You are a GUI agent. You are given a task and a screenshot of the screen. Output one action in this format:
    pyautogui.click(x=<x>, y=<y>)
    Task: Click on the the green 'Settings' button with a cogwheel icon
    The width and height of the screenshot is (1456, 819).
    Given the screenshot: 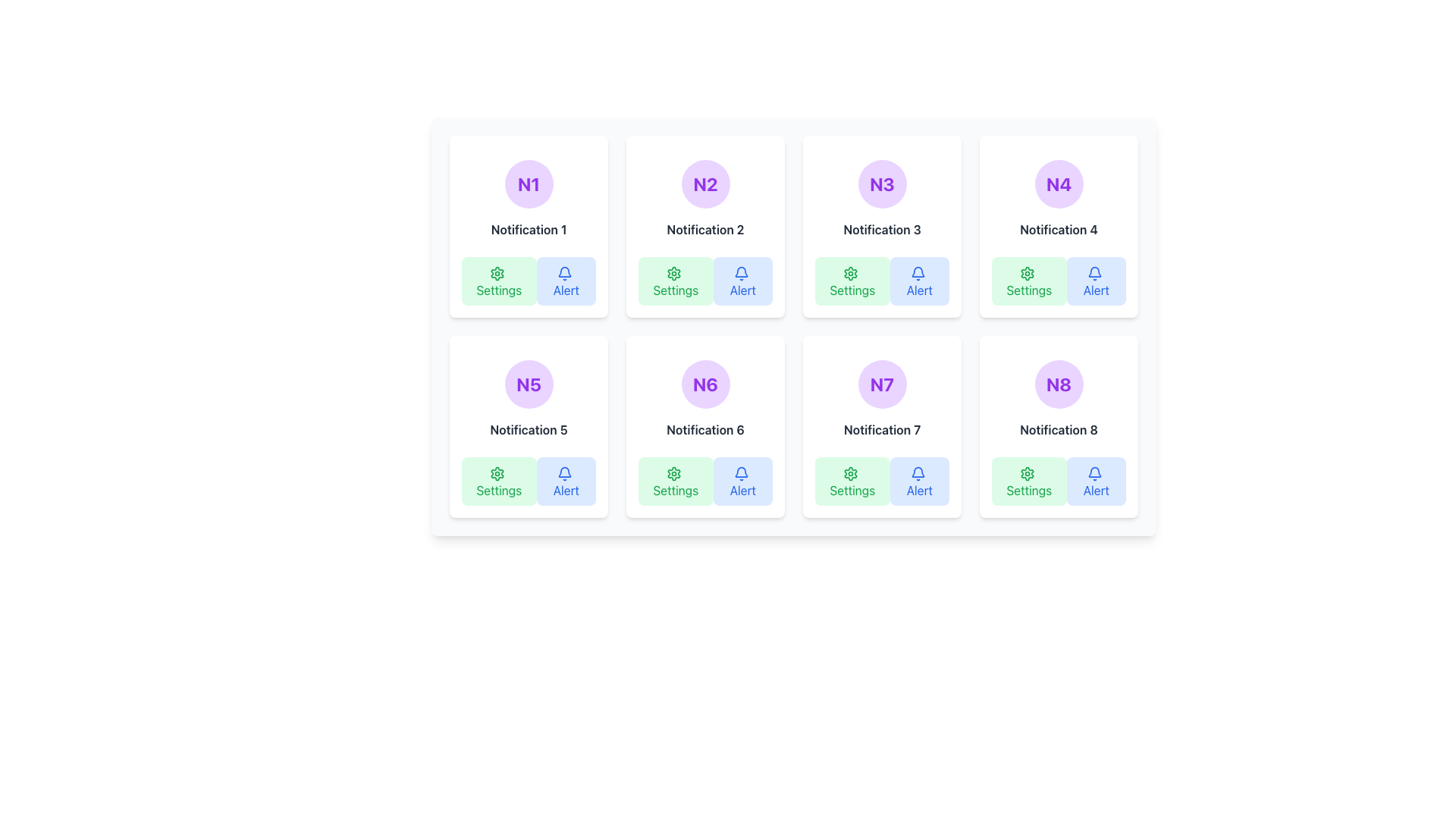 What is the action you would take?
    pyautogui.click(x=675, y=482)
    